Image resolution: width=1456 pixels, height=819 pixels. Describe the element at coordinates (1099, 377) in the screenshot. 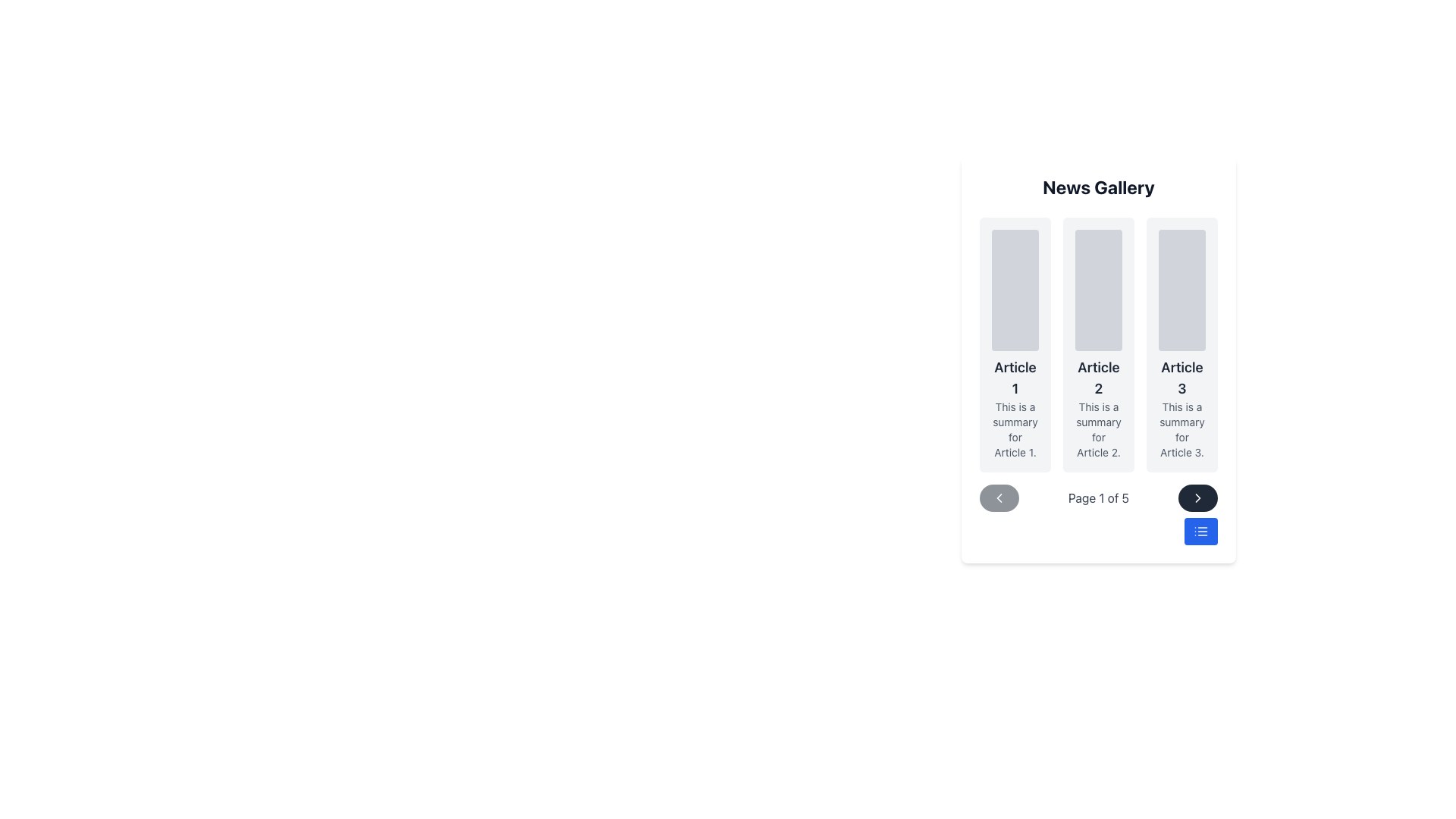

I see `the text label displaying 'Article 2', which is a bold, large, dark gray font positioned second in a vertical group beneath a rounded gray placeholder graphic` at that location.